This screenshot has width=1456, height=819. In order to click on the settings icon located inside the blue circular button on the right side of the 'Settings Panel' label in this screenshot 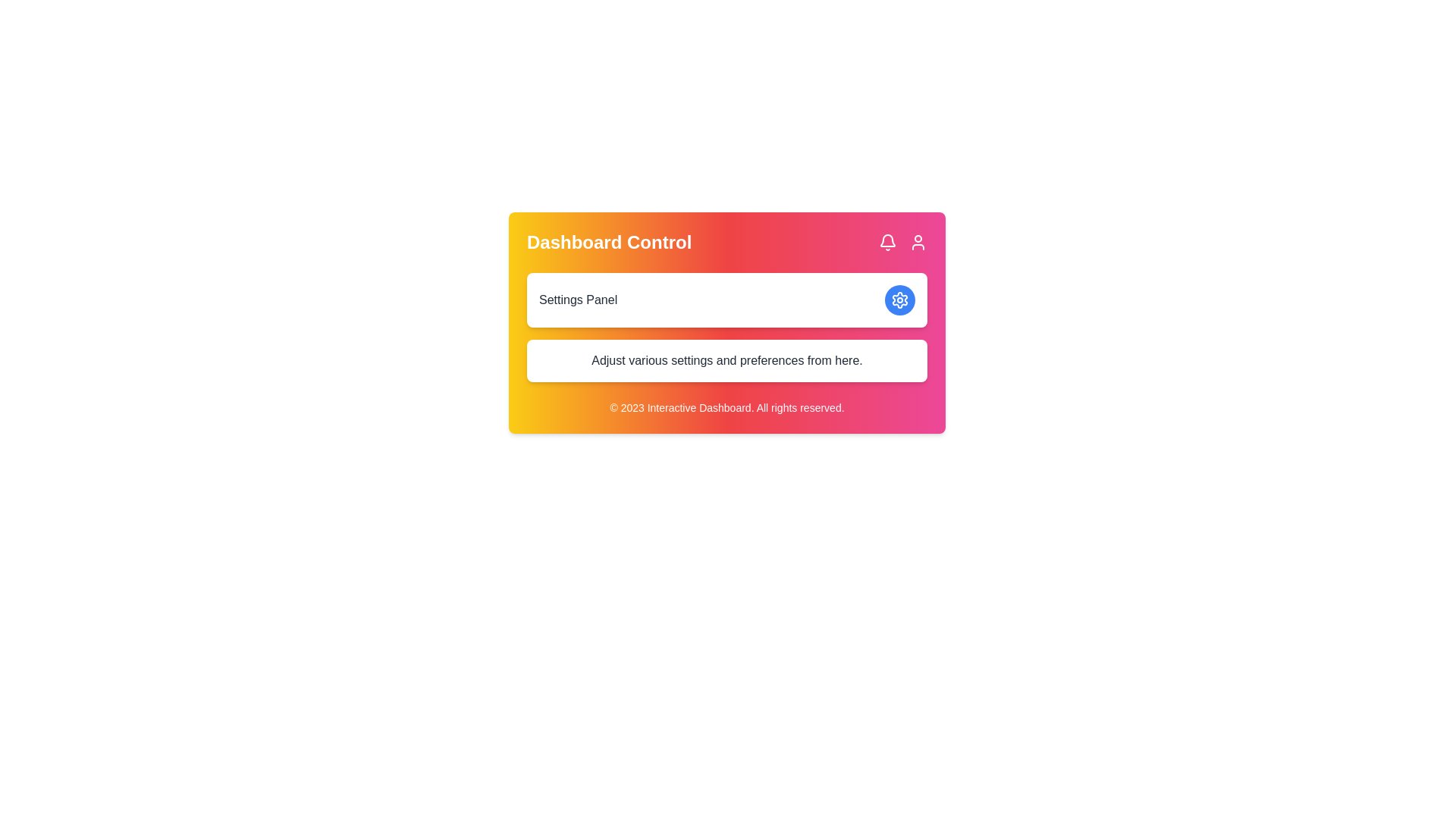, I will do `click(899, 300)`.